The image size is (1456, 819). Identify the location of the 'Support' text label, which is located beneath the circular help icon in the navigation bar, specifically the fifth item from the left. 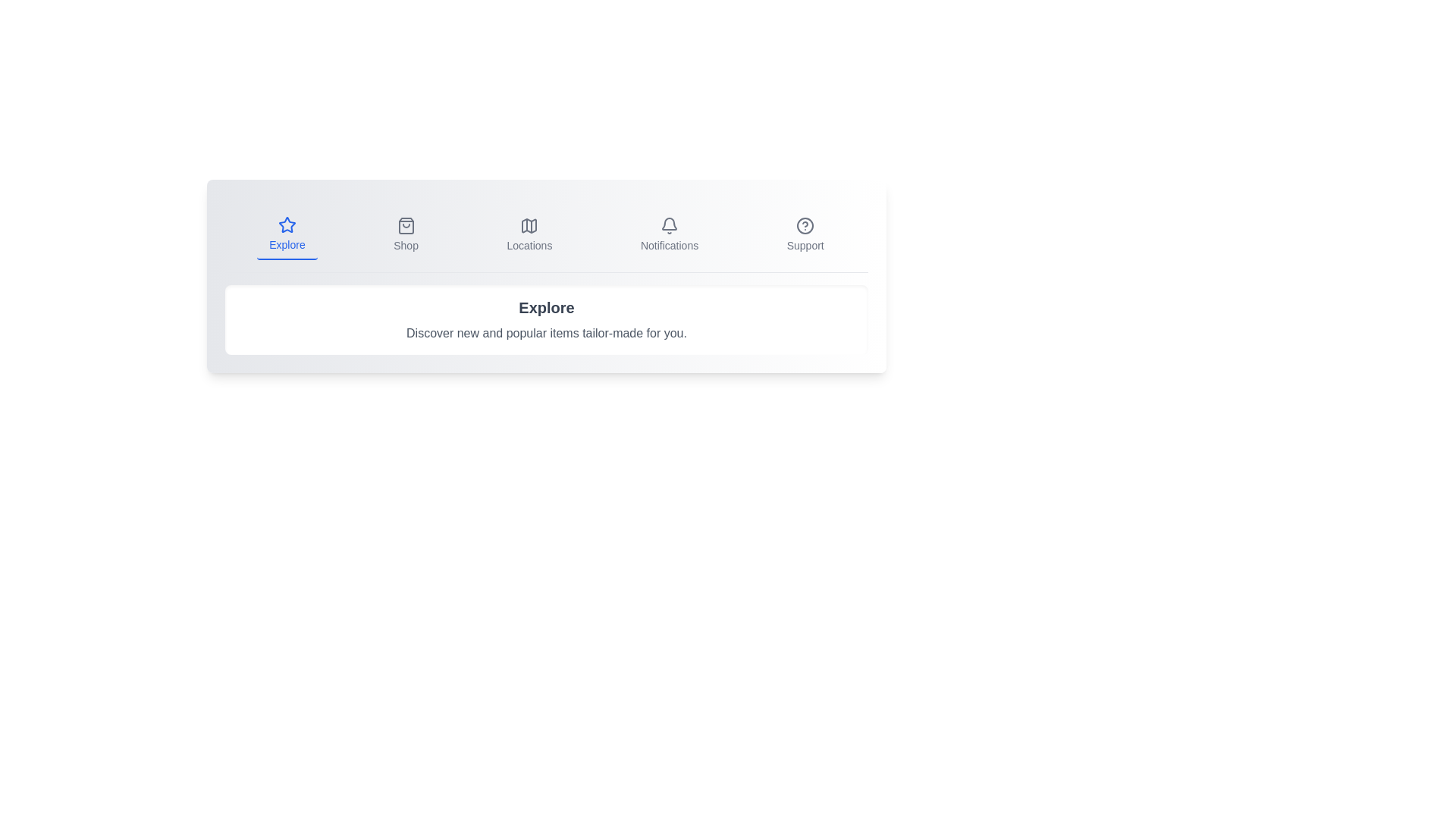
(805, 245).